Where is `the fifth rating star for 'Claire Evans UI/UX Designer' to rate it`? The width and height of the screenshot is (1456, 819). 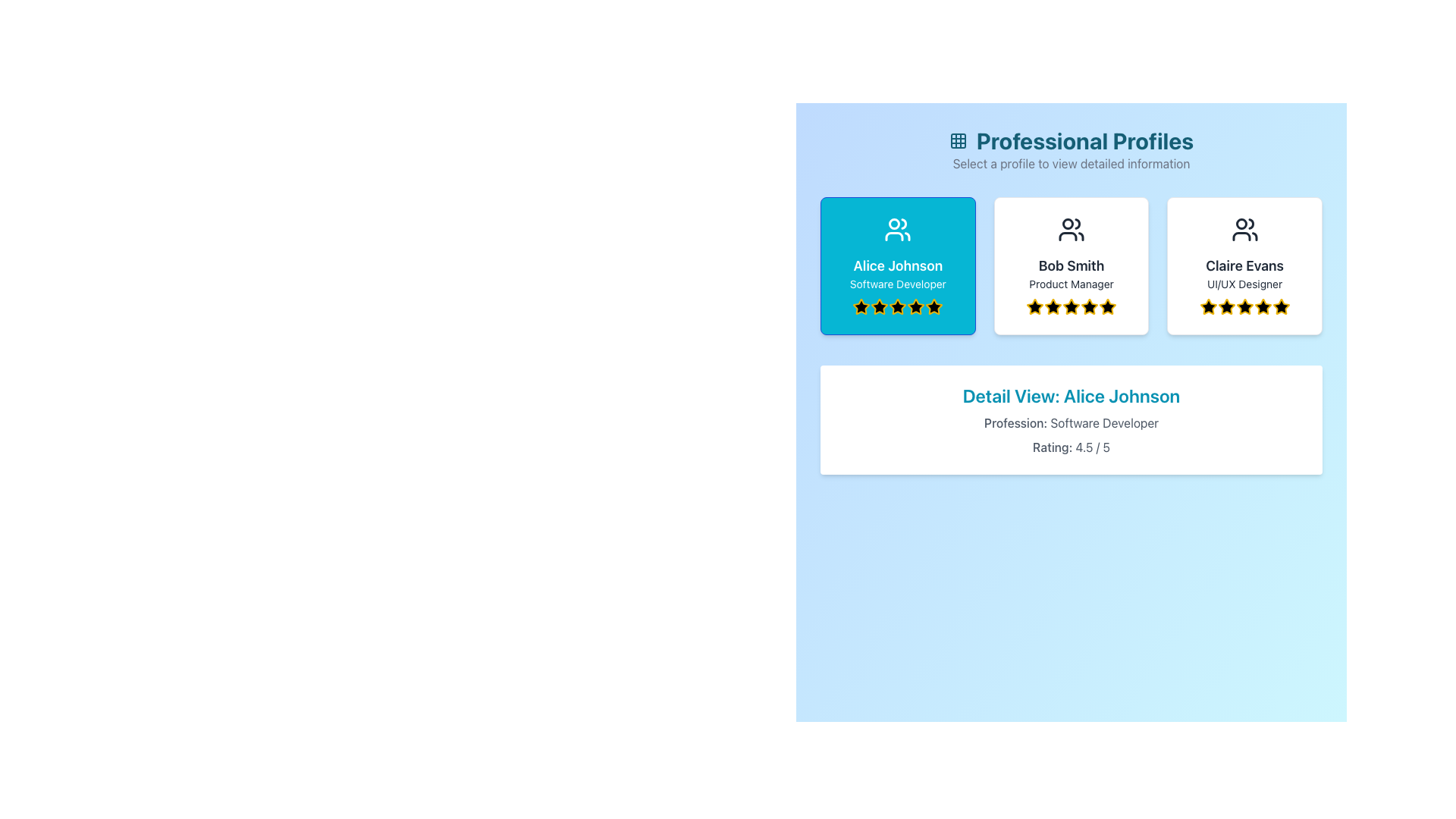 the fifth rating star for 'Claire Evans UI/UX Designer' to rate it is located at coordinates (1207, 306).